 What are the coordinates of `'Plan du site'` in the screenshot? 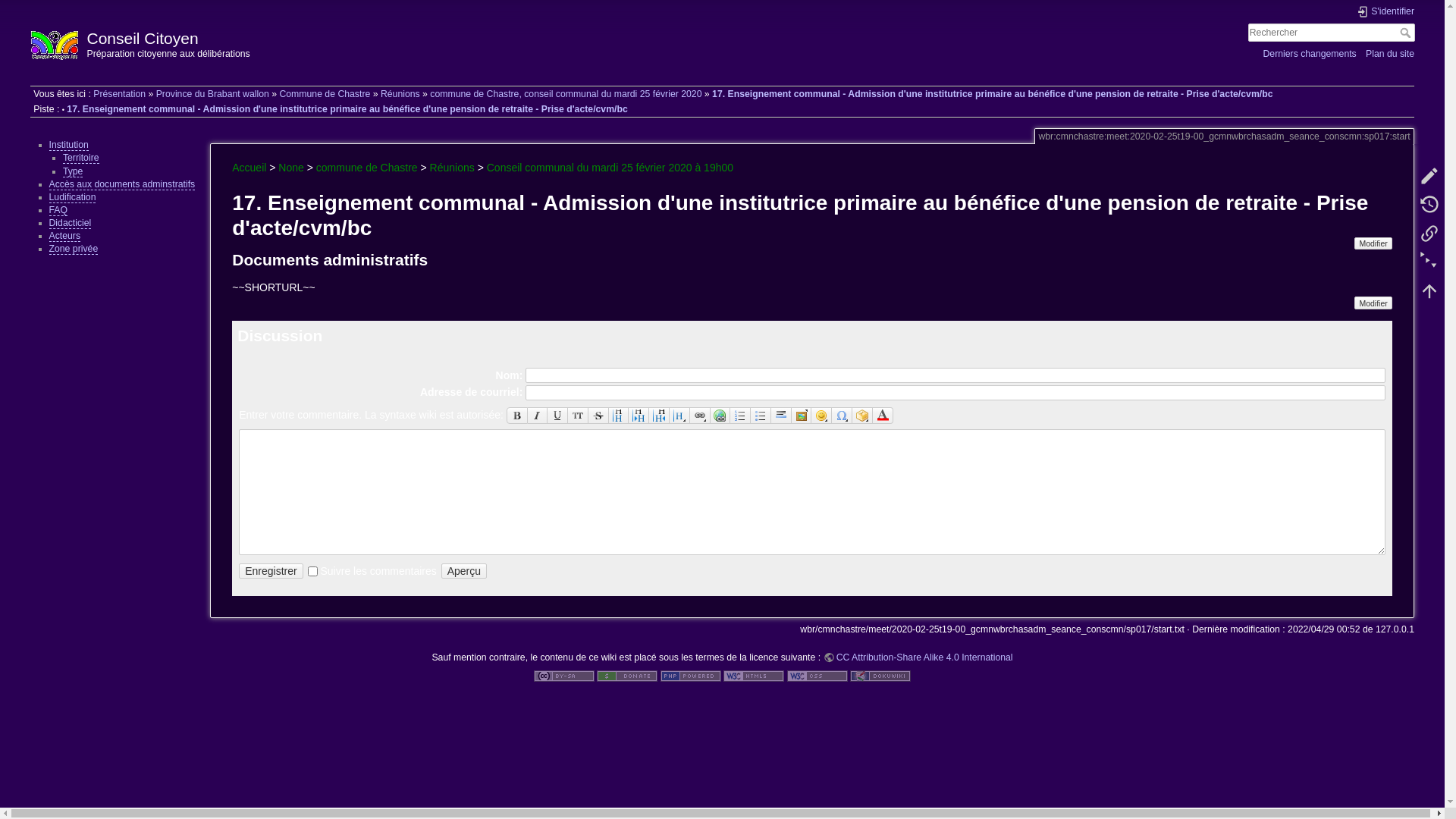 It's located at (1390, 52).